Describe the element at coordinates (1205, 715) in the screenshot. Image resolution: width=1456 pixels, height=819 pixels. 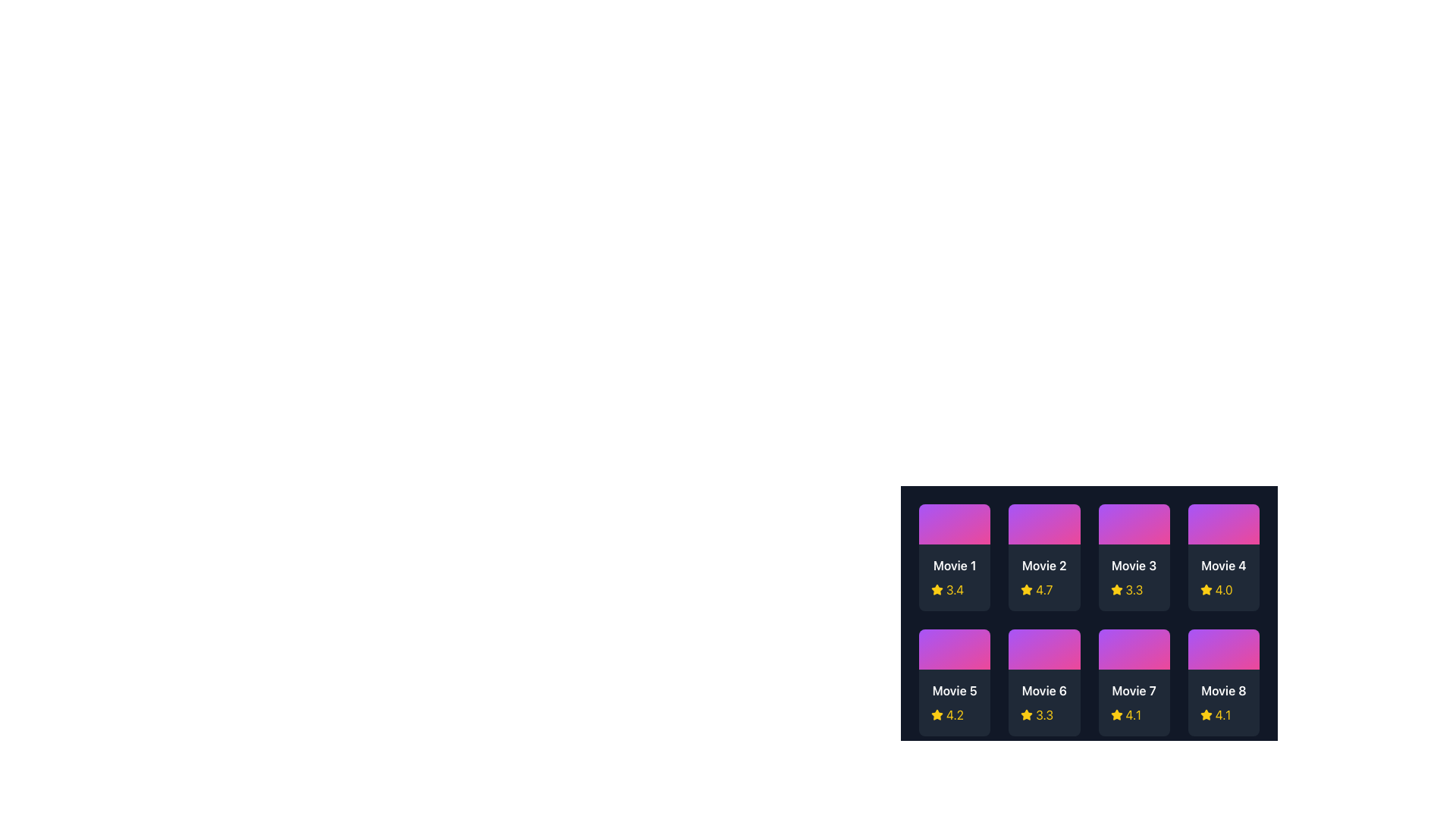
I see `the yellow, star-shaped icon located to the left of the numerical rating text '4.1' beneath the label 'Movie 8'` at that location.